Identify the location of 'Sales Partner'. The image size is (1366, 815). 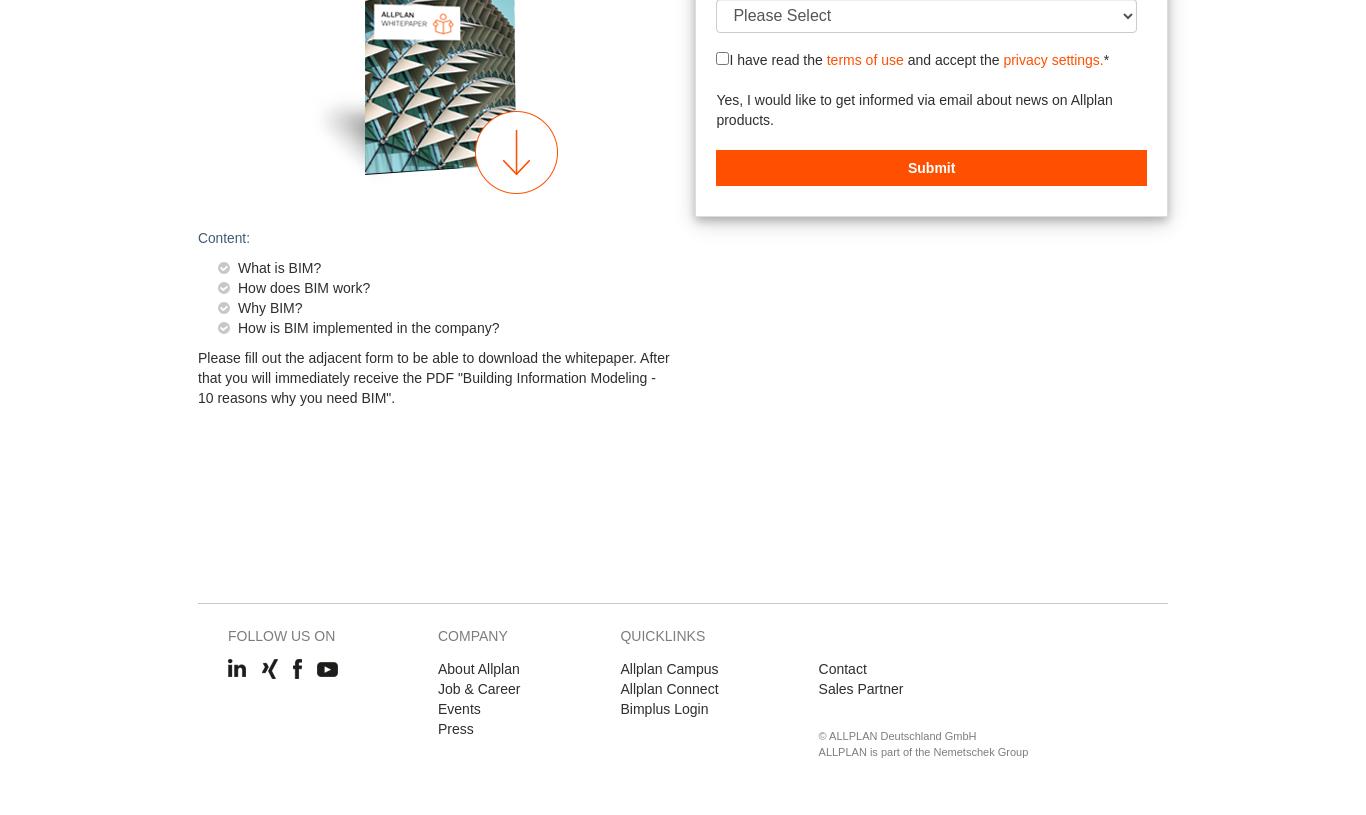
(859, 689).